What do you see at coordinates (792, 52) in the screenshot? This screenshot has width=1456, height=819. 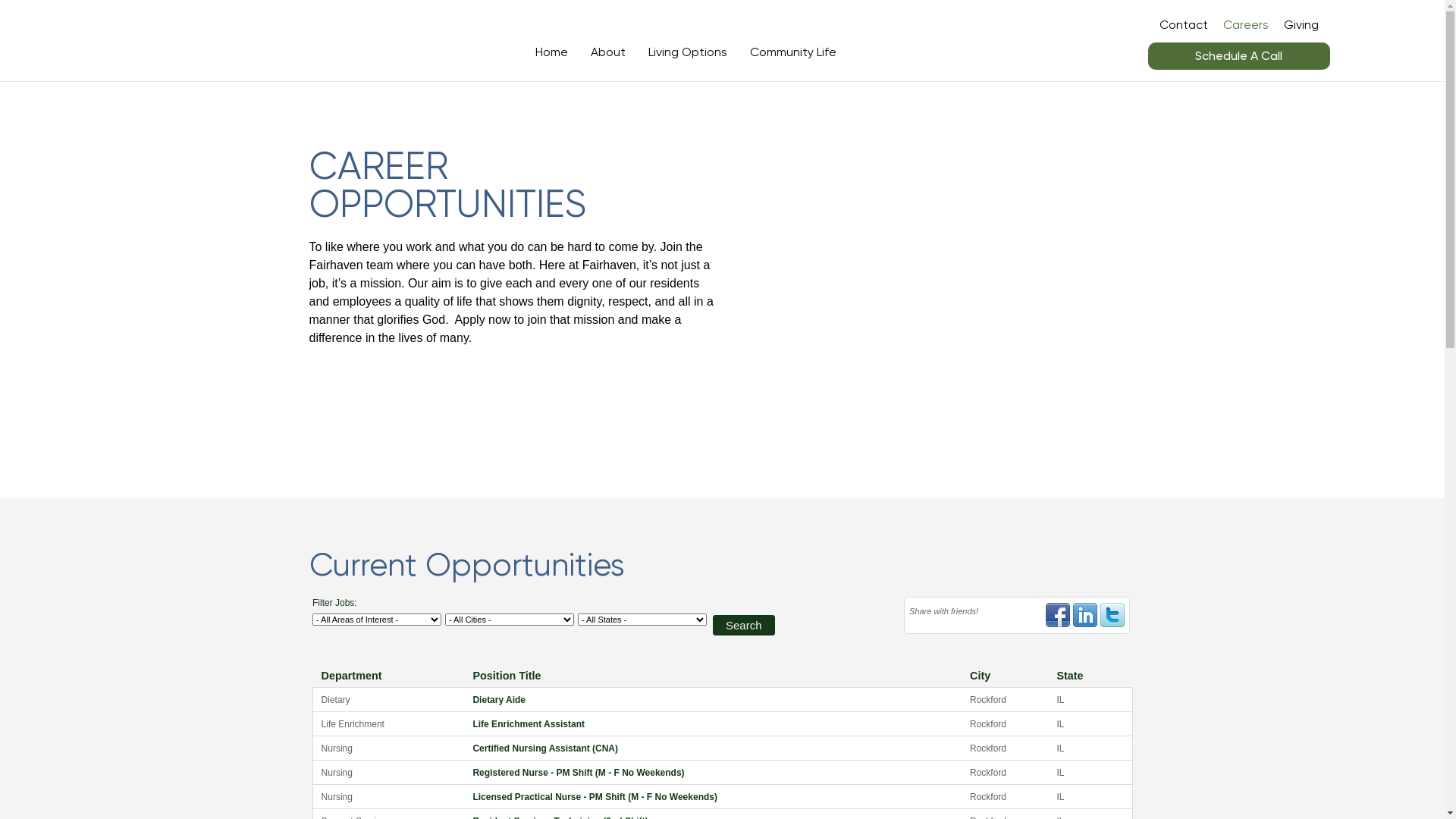 I see `'Community Life'` at bounding box center [792, 52].